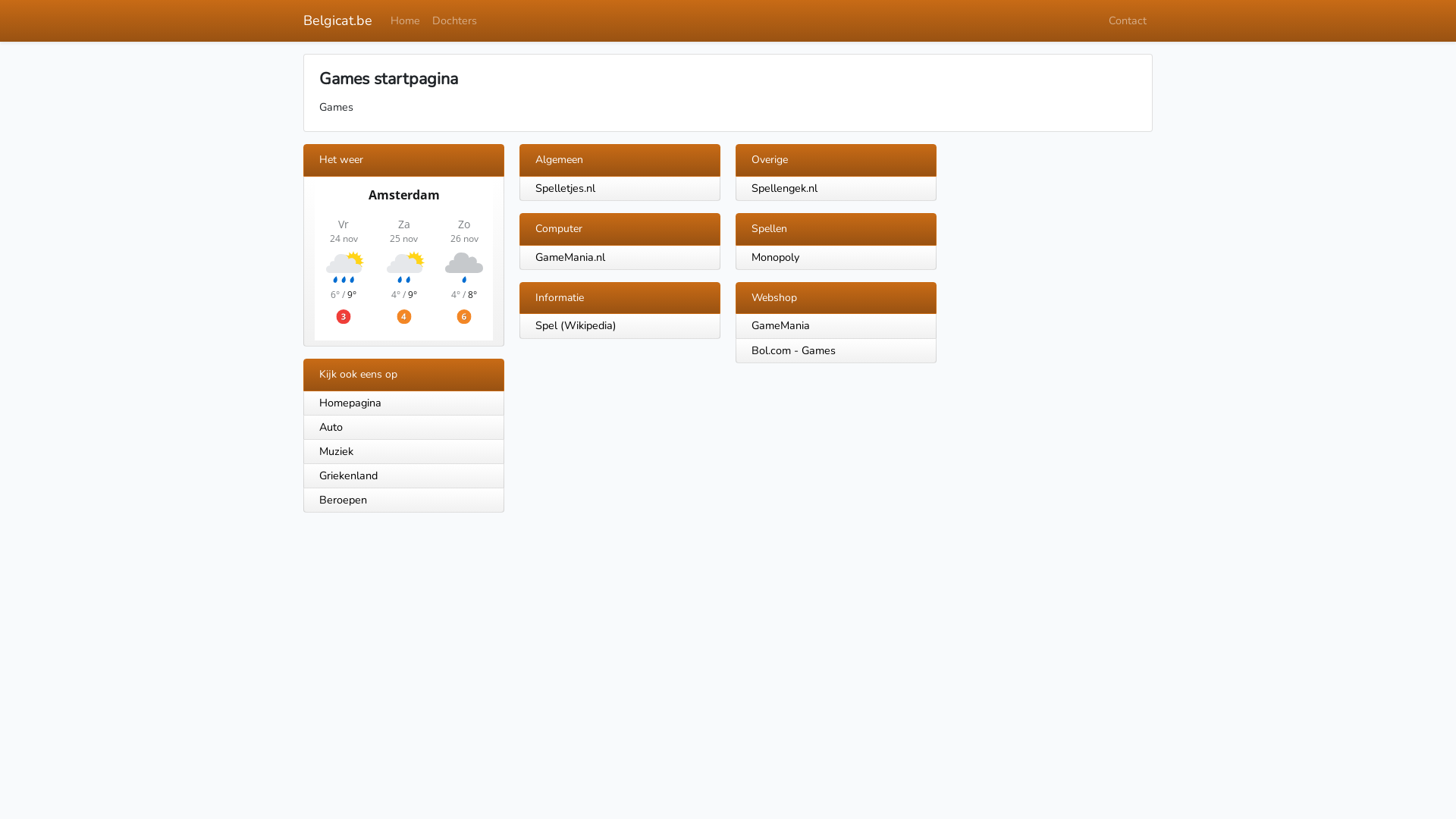 The width and height of the screenshot is (1456, 819). I want to click on 'GameMania', so click(780, 324).